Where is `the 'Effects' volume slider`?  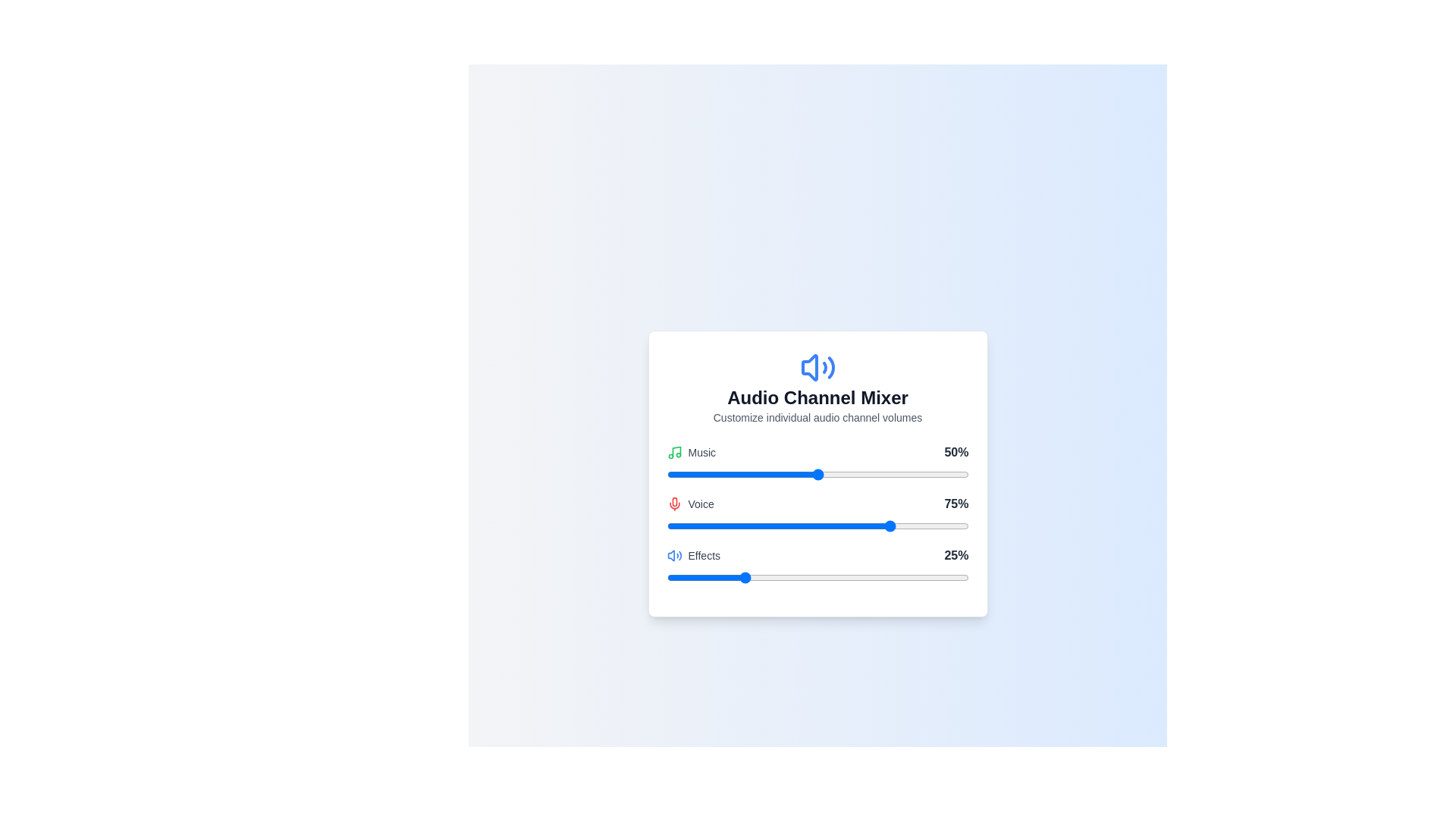
the 'Effects' volume slider is located at coordinates (878, 578).